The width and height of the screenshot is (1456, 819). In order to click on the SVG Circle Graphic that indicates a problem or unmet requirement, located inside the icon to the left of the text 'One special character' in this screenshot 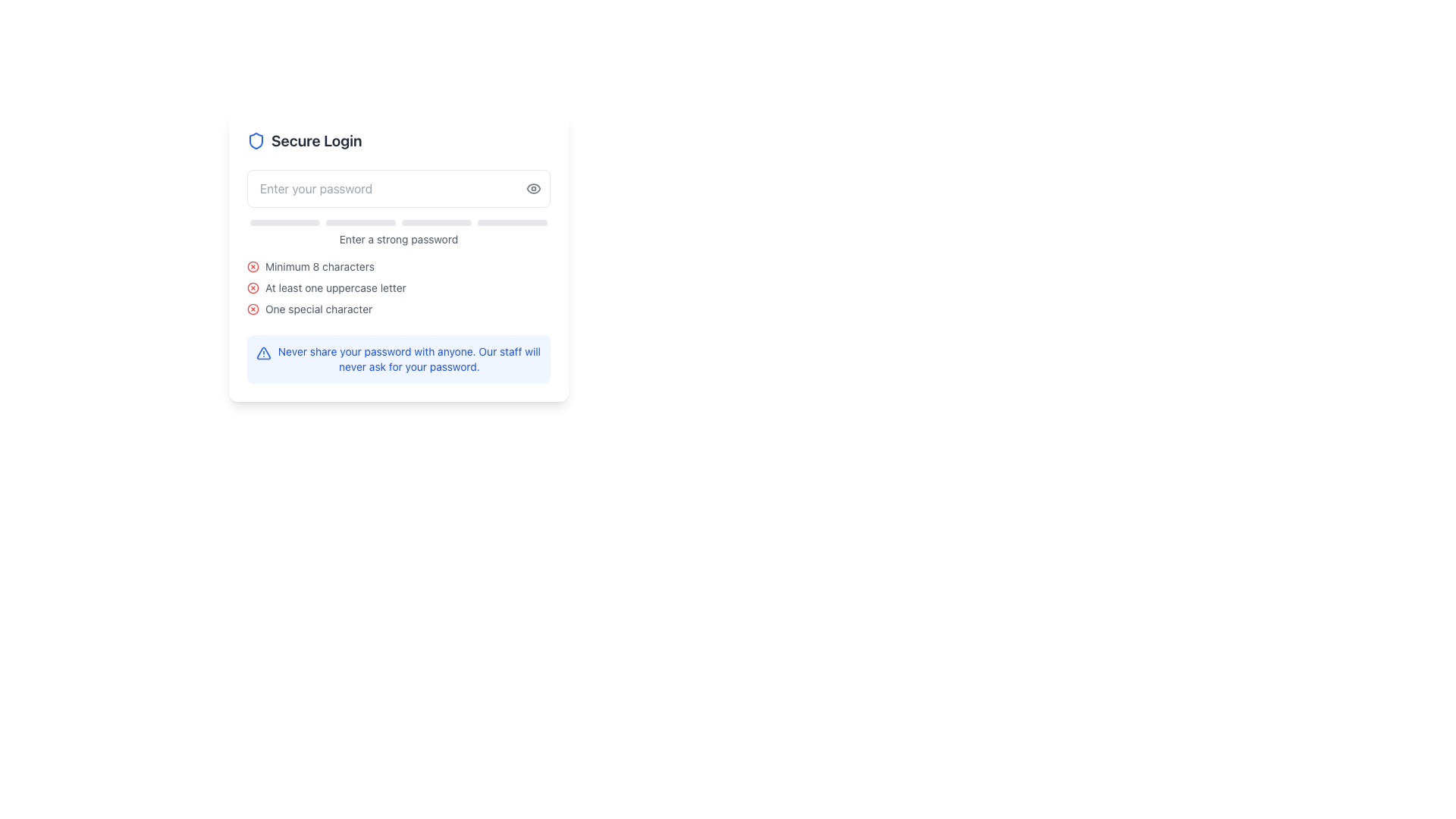, I will do `click(253, 309)`.